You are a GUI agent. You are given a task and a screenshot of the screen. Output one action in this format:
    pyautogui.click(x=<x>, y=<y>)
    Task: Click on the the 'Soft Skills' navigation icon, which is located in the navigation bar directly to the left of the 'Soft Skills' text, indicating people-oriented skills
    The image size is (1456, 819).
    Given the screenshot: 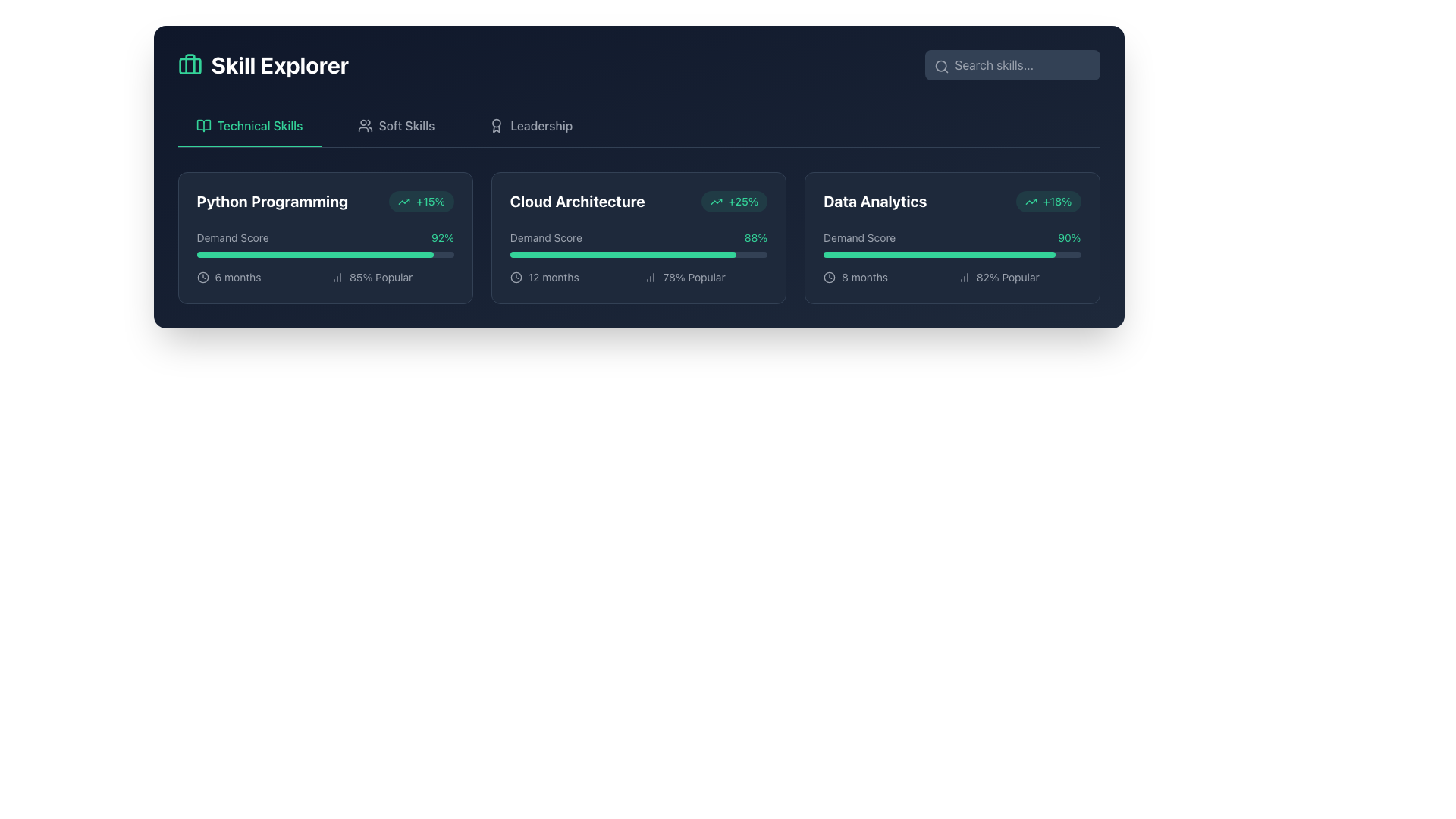 What is the action you would take?
    pyautogui.click(x=365, y=124)
    